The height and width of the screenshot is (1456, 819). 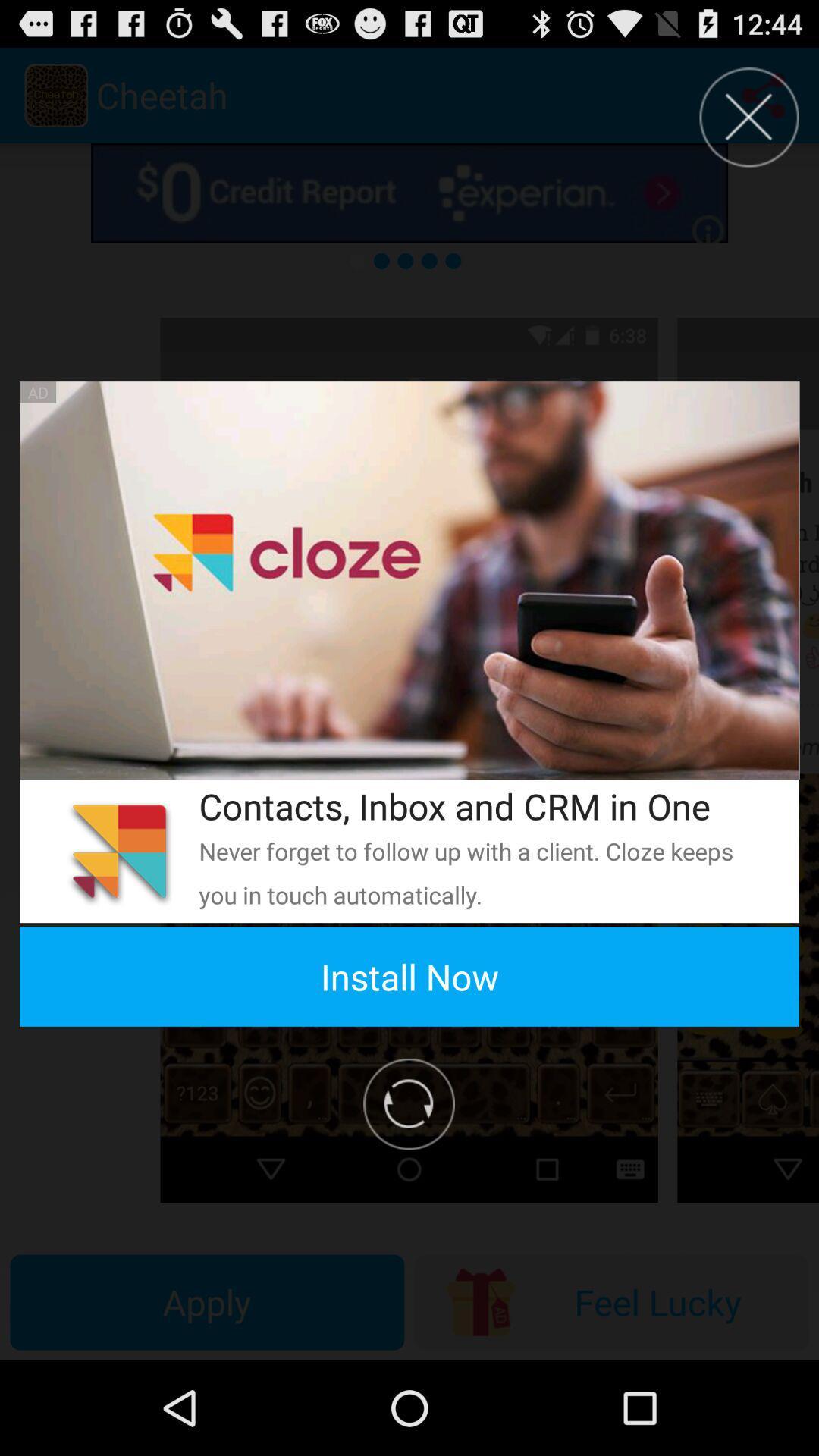 What do you see at coordinates (479, 805) in the screenshot?
I see `the contacts inbox and icon` at bounding box center [479, 805].